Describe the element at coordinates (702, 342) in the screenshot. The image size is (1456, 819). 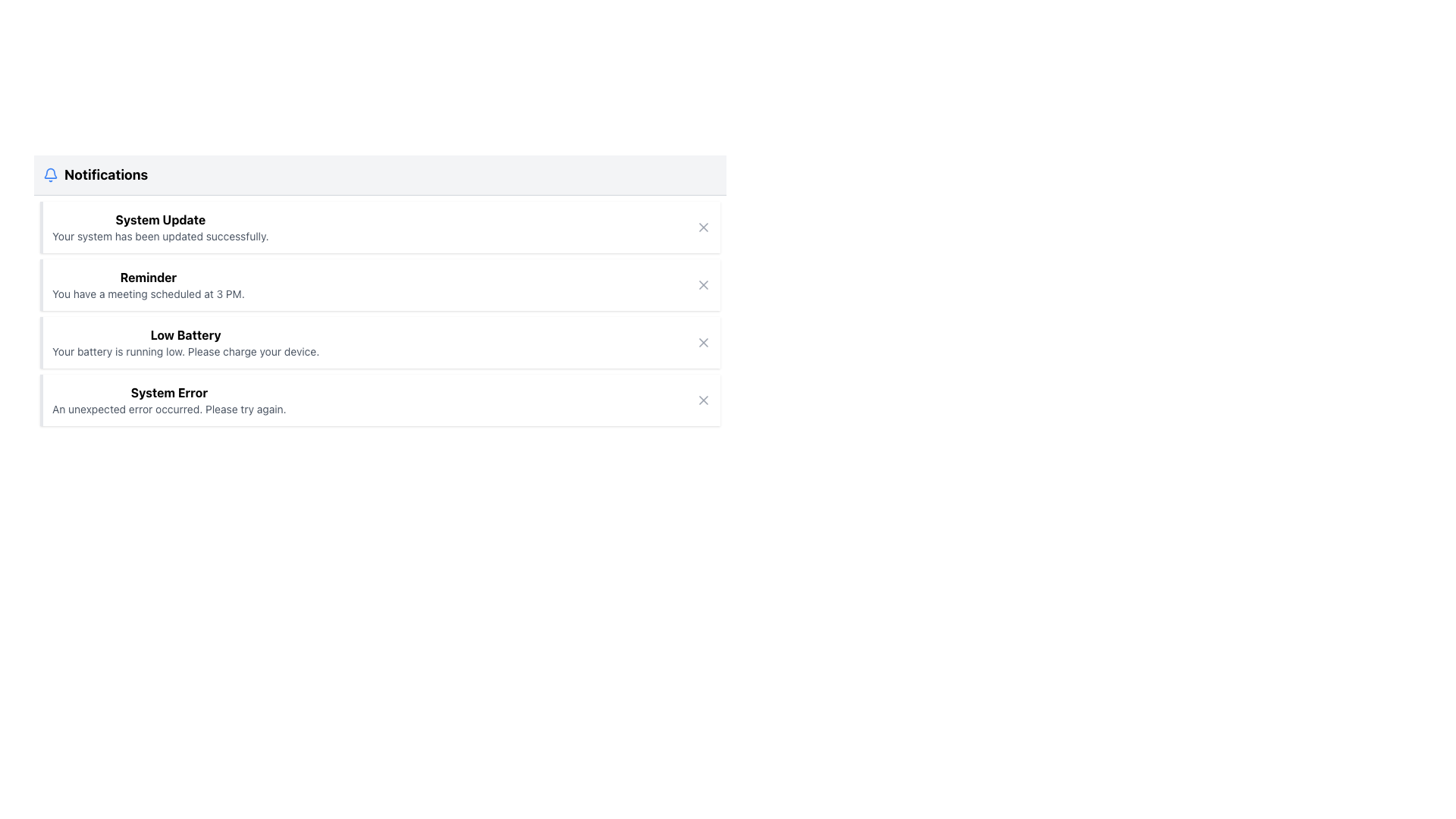
I see `the diagonal cross icon button in the top-right corner of the 'Low Battery' notification` at that location.